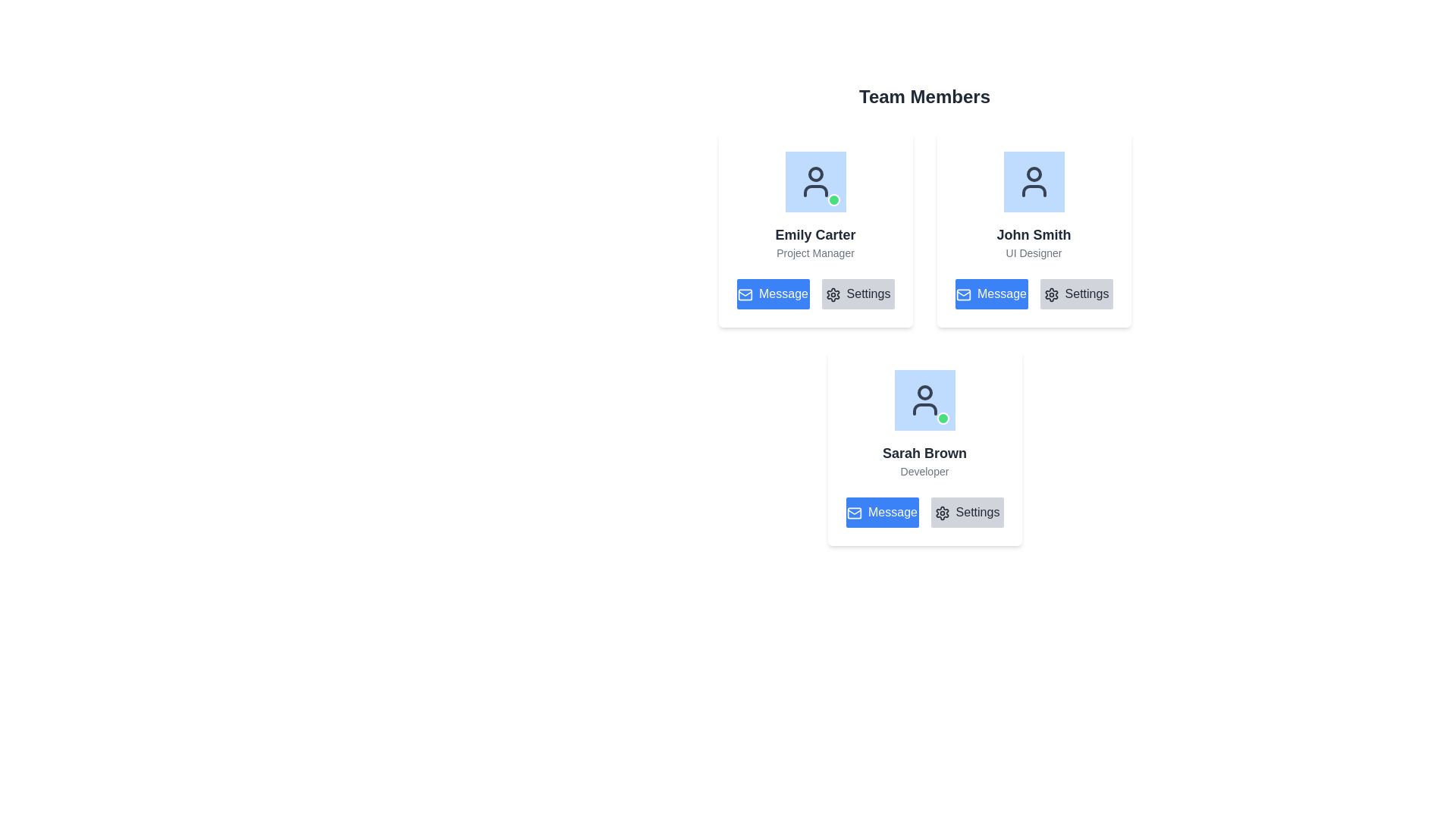 Image resolution: width=1456 pixels, height=819 pixels. Describe the element at coordinates (942, 418) in the screenshot. I see `the small circular green indicator with a white border located at the bottom-right corner of the blue square profile icon` at that location.